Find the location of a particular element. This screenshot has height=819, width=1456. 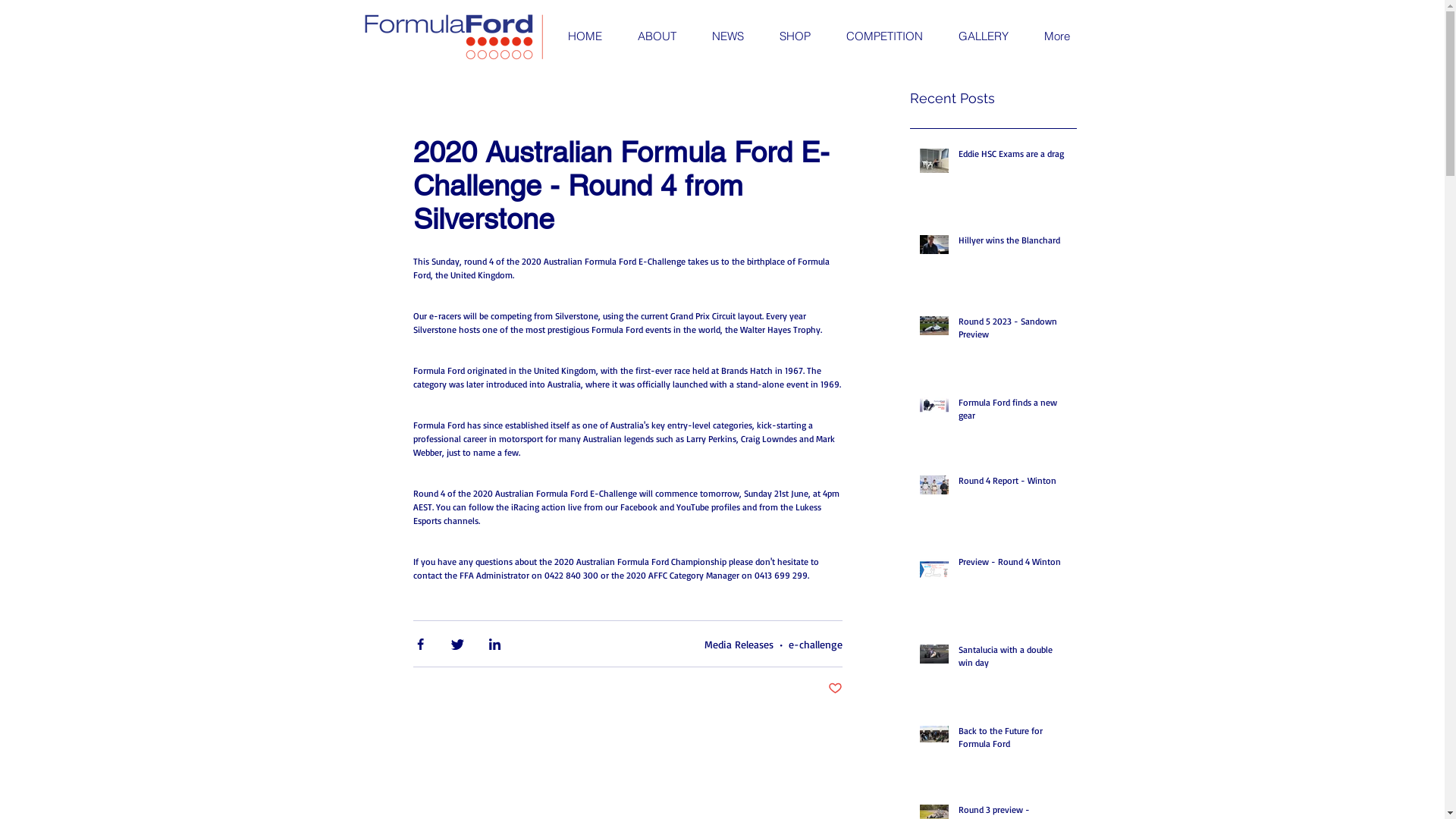

'Media Releases' is located at coordinates (738, 643).